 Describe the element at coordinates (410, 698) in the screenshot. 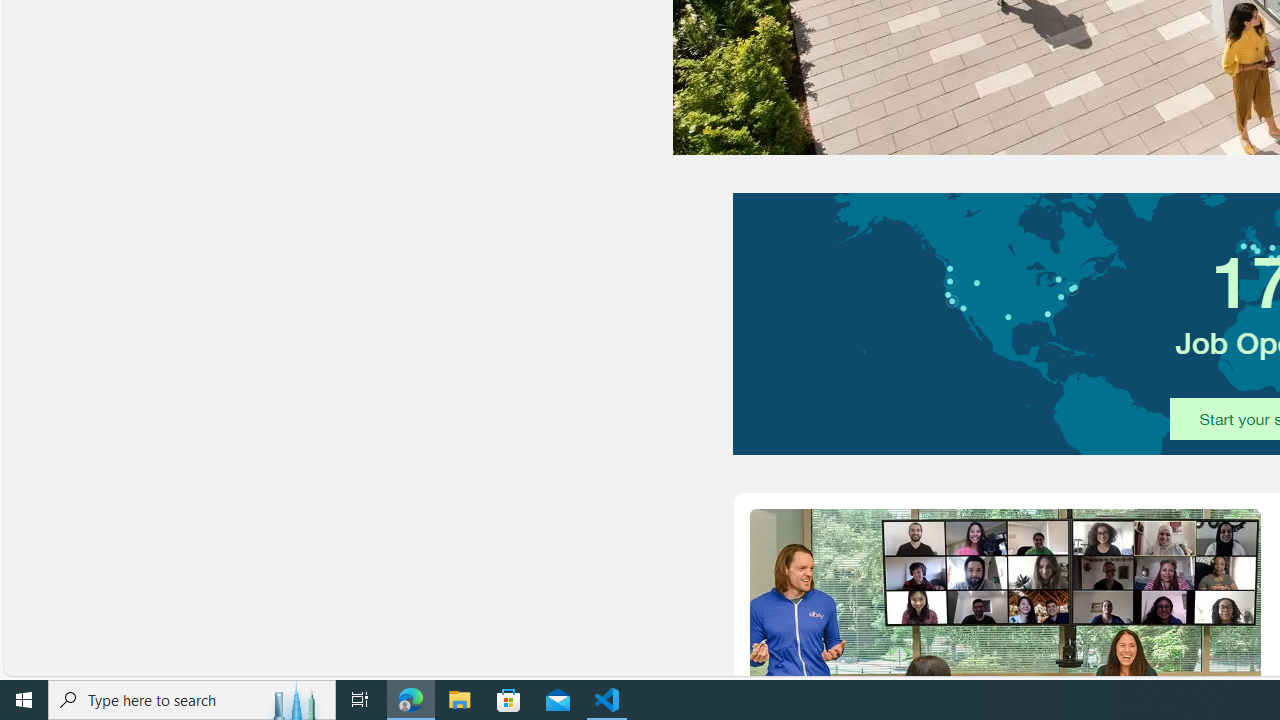

I see `'Microsoft Edge - 1 running window'` at that location.